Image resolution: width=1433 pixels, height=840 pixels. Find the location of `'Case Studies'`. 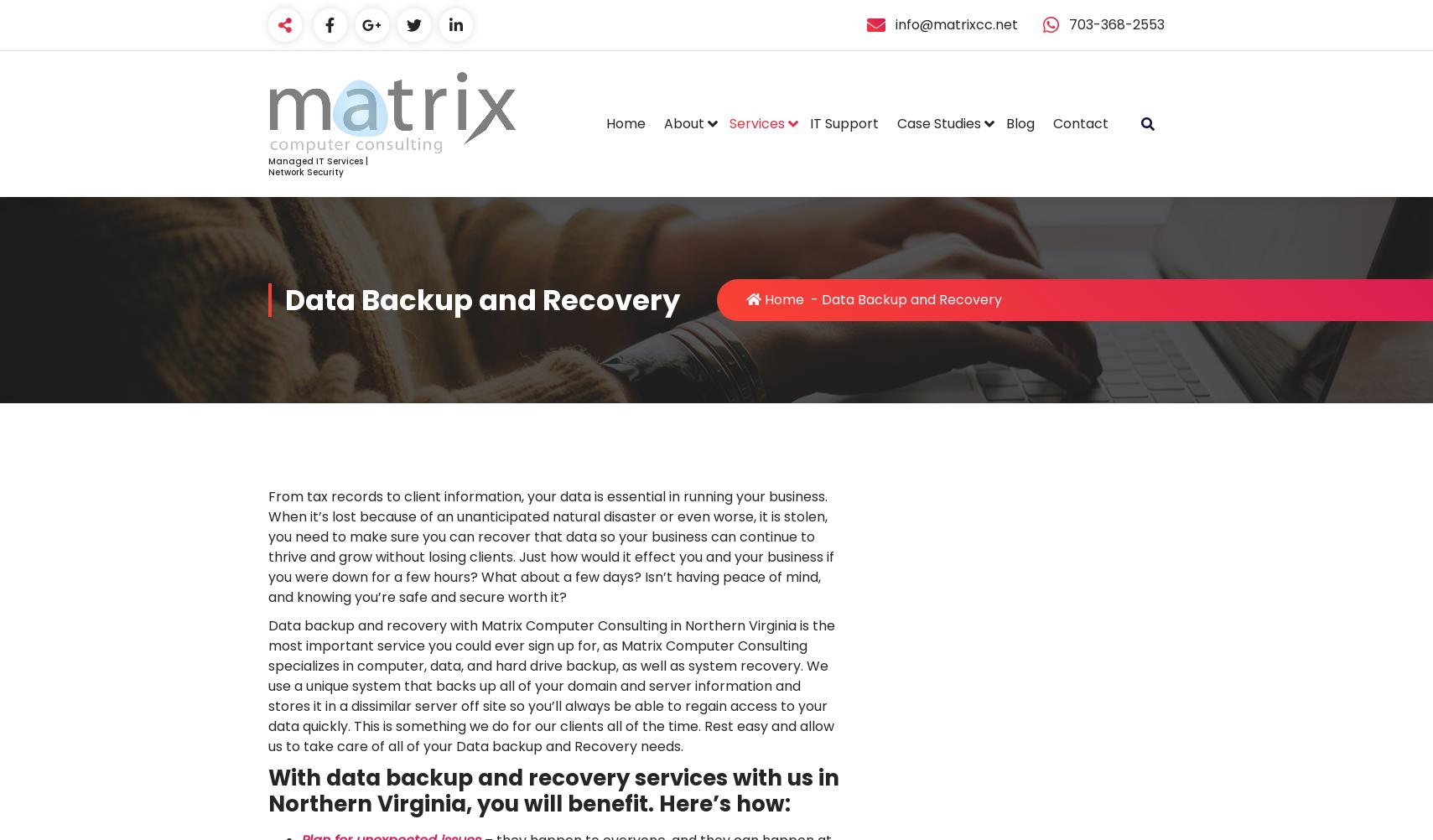

'Case Studies' is located at coordinates (939, 122).